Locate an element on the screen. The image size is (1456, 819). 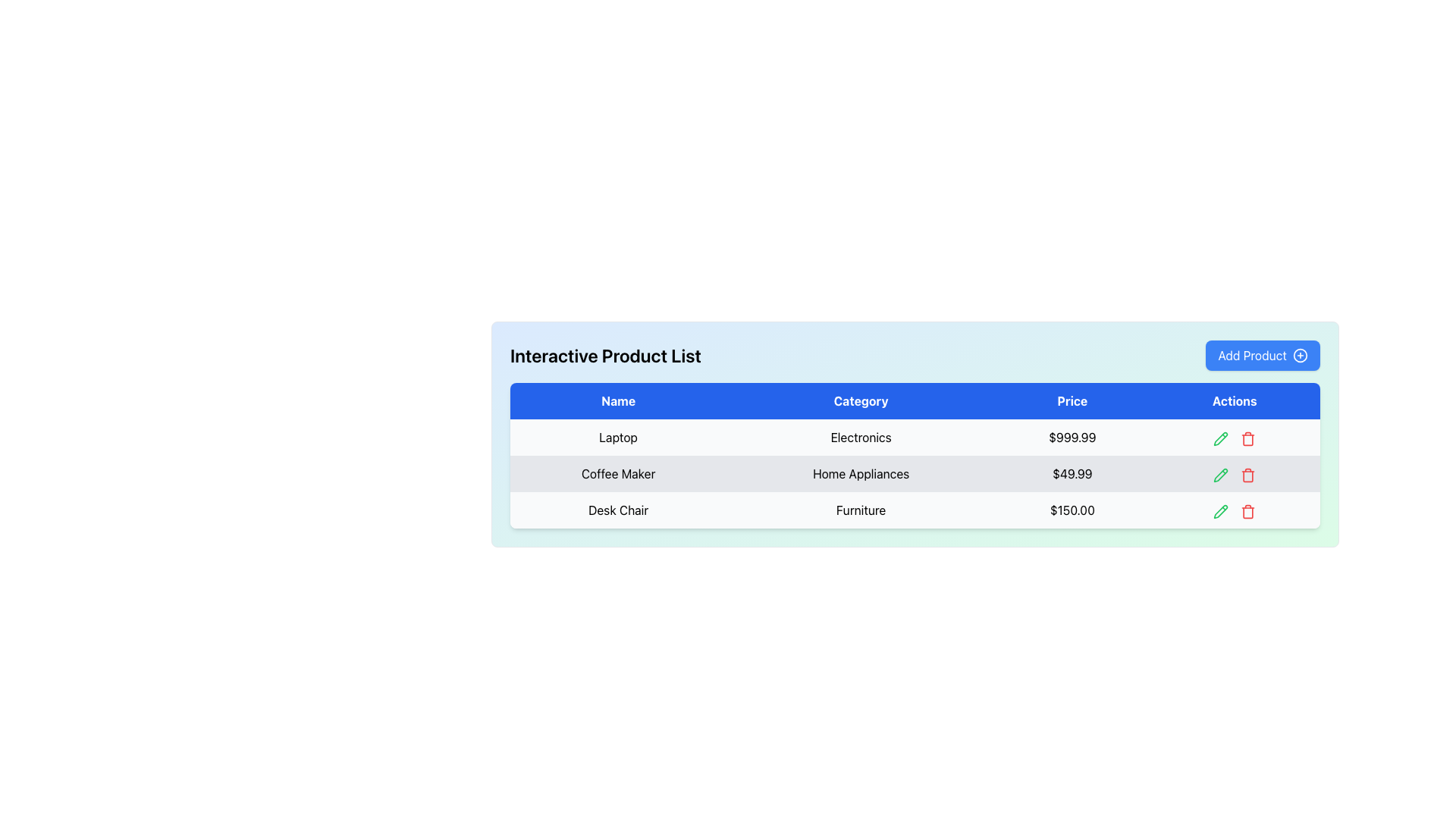
the text label displaying 'Home Appliances' in the second row, second column of the 'Interactive Product List' table is located at coordinates (861, 472).